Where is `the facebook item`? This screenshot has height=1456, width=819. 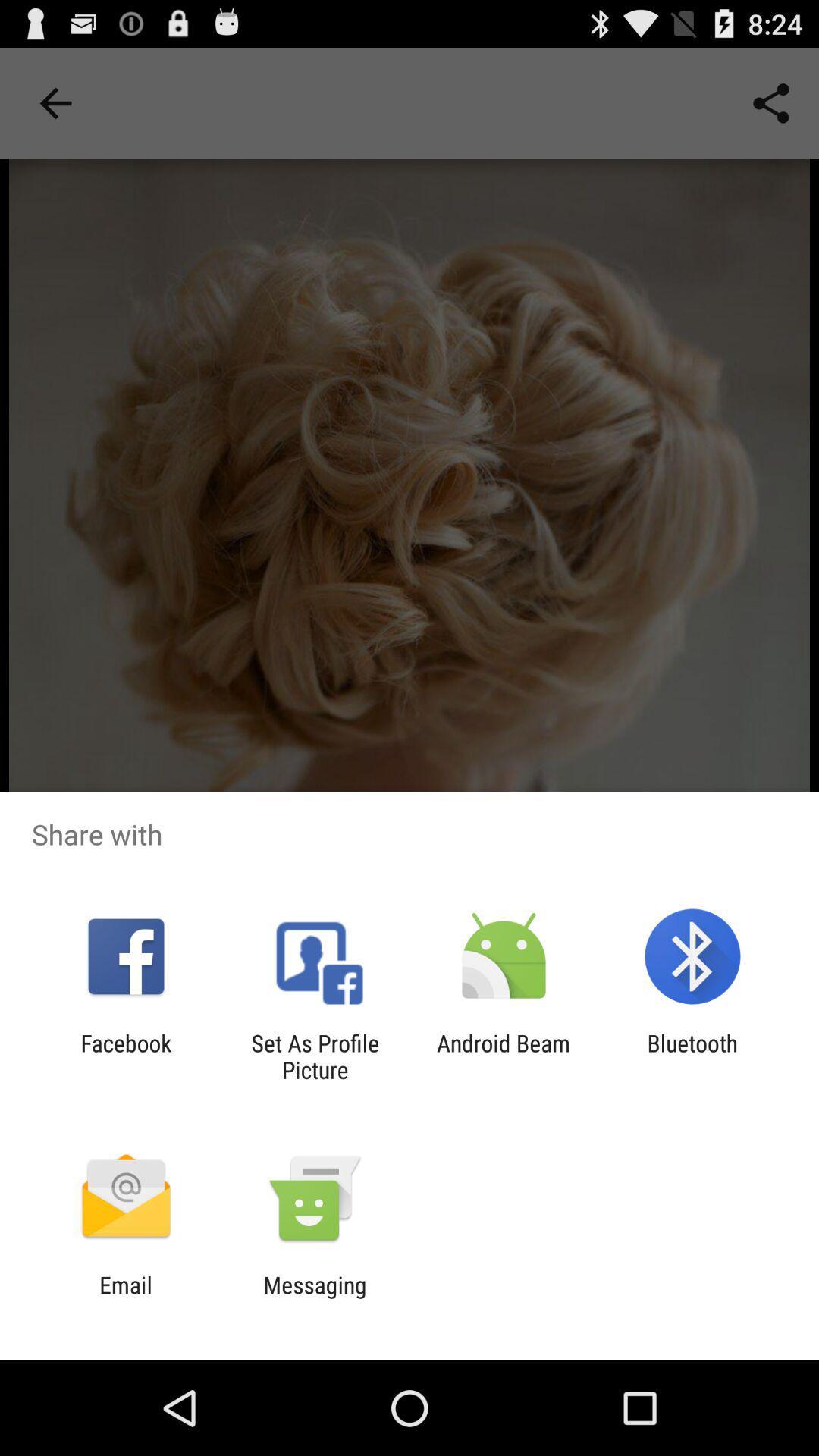 the facebook item is located at coordinates (125, 1056).